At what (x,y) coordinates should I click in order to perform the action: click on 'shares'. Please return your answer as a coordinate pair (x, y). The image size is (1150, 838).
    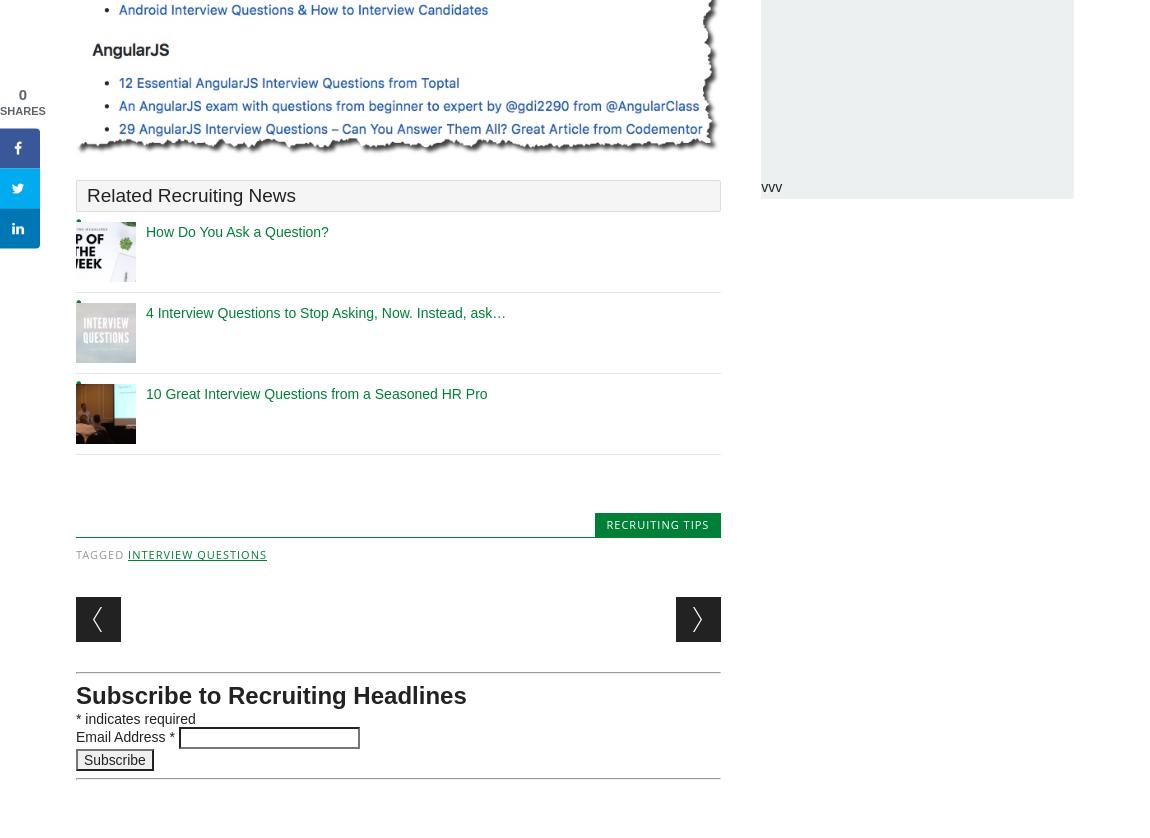
    Looking at the image, I should click on (0, 110).